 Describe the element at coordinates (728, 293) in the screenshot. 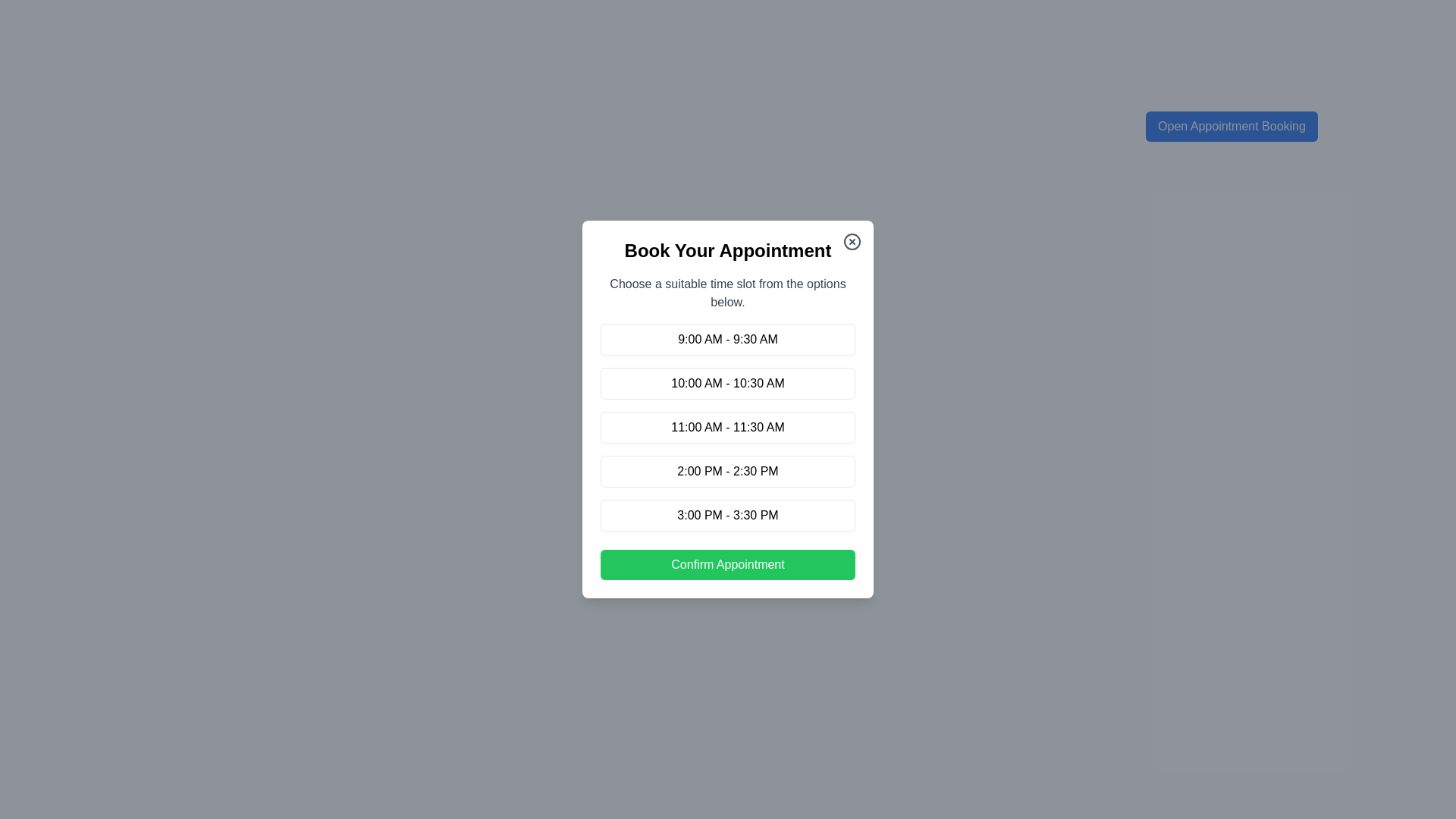

I see `instructional text block located below the title 'Book Your Appointment' and above the first time slot option '9:00 AM - 9:30 AM' in the modal dialog window` at that location.